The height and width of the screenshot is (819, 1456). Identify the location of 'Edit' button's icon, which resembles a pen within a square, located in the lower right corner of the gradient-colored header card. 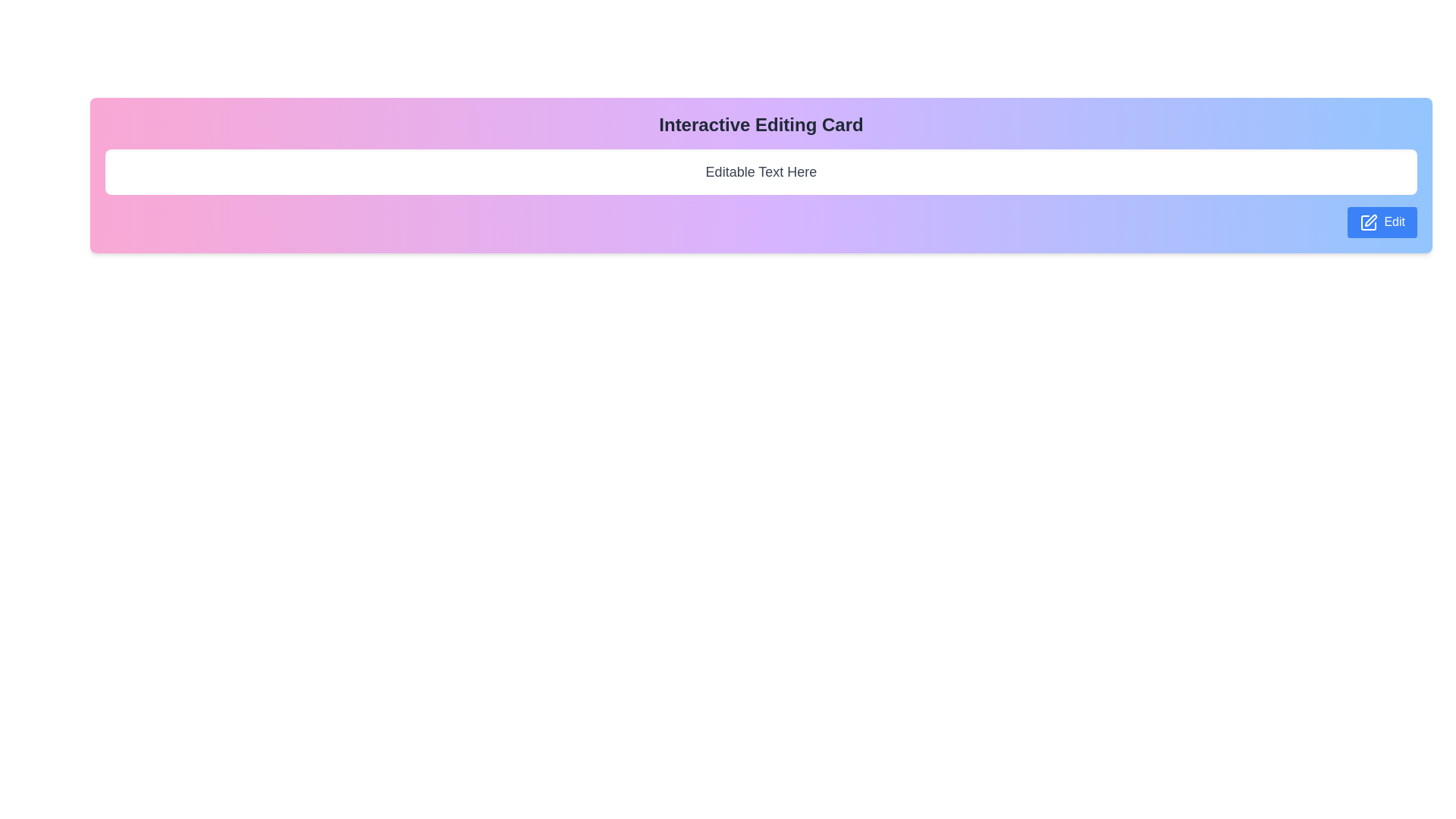
(1369, 222).